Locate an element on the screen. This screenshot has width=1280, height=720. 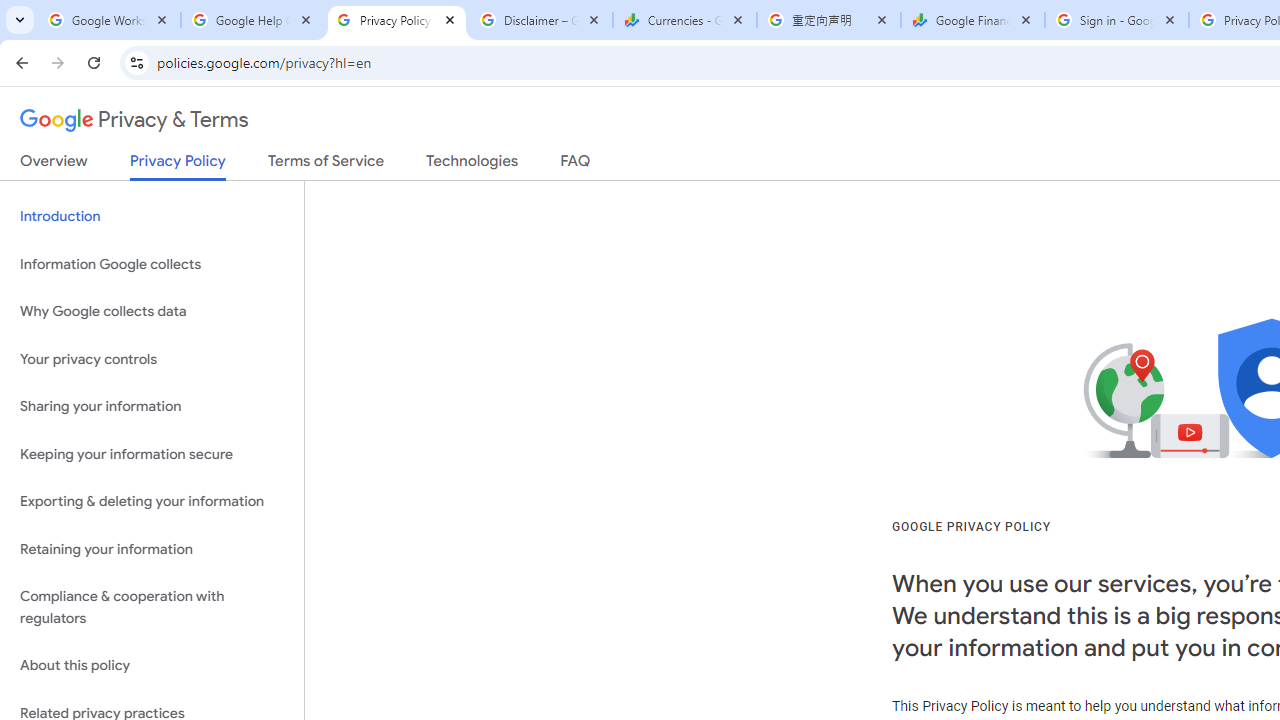
'Currencies - Google Finance' is located at coordinates (684, 20).